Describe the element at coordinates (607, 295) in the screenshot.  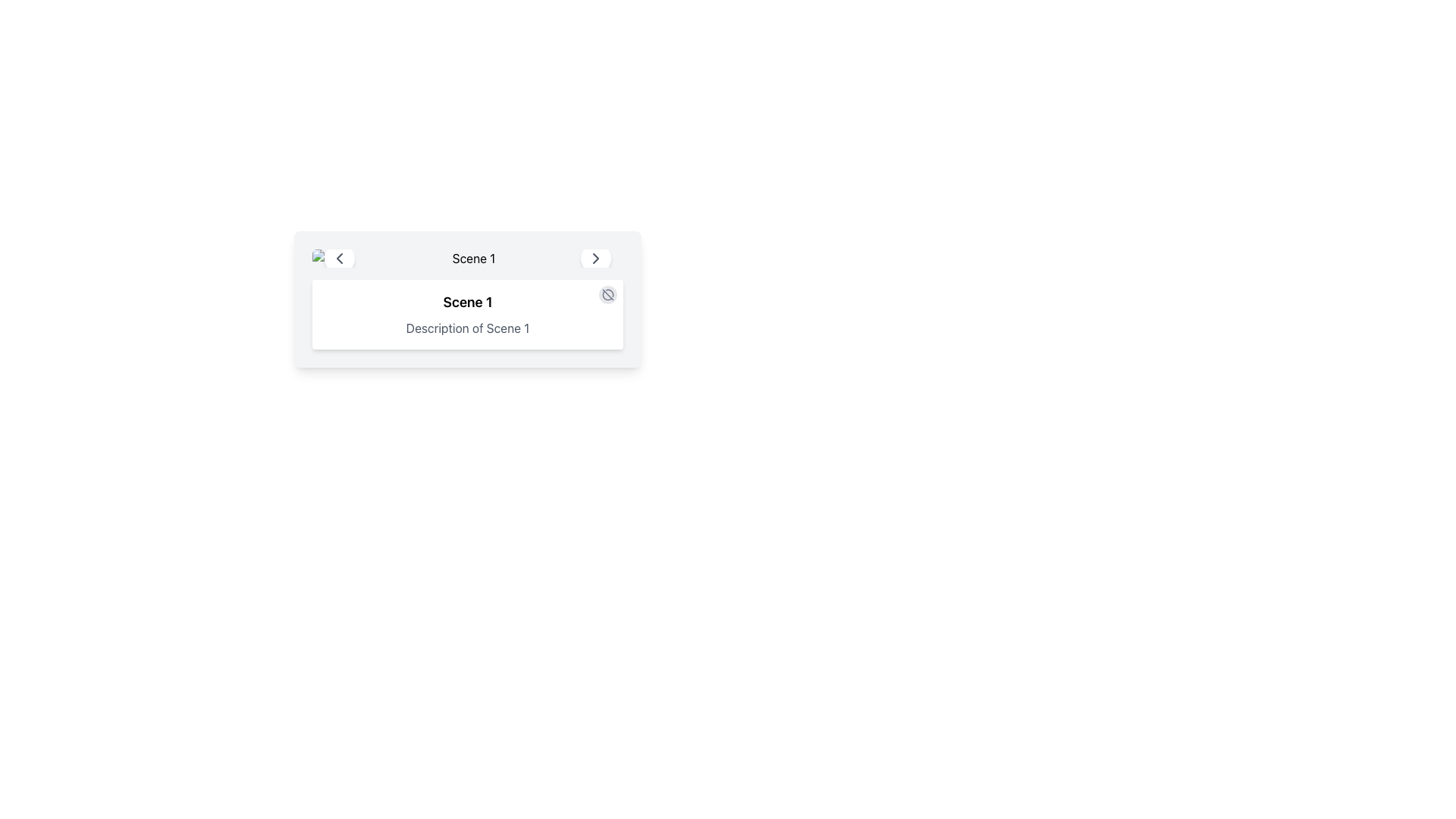
I see `the toggle button in the top-right corner of the card` at that location.